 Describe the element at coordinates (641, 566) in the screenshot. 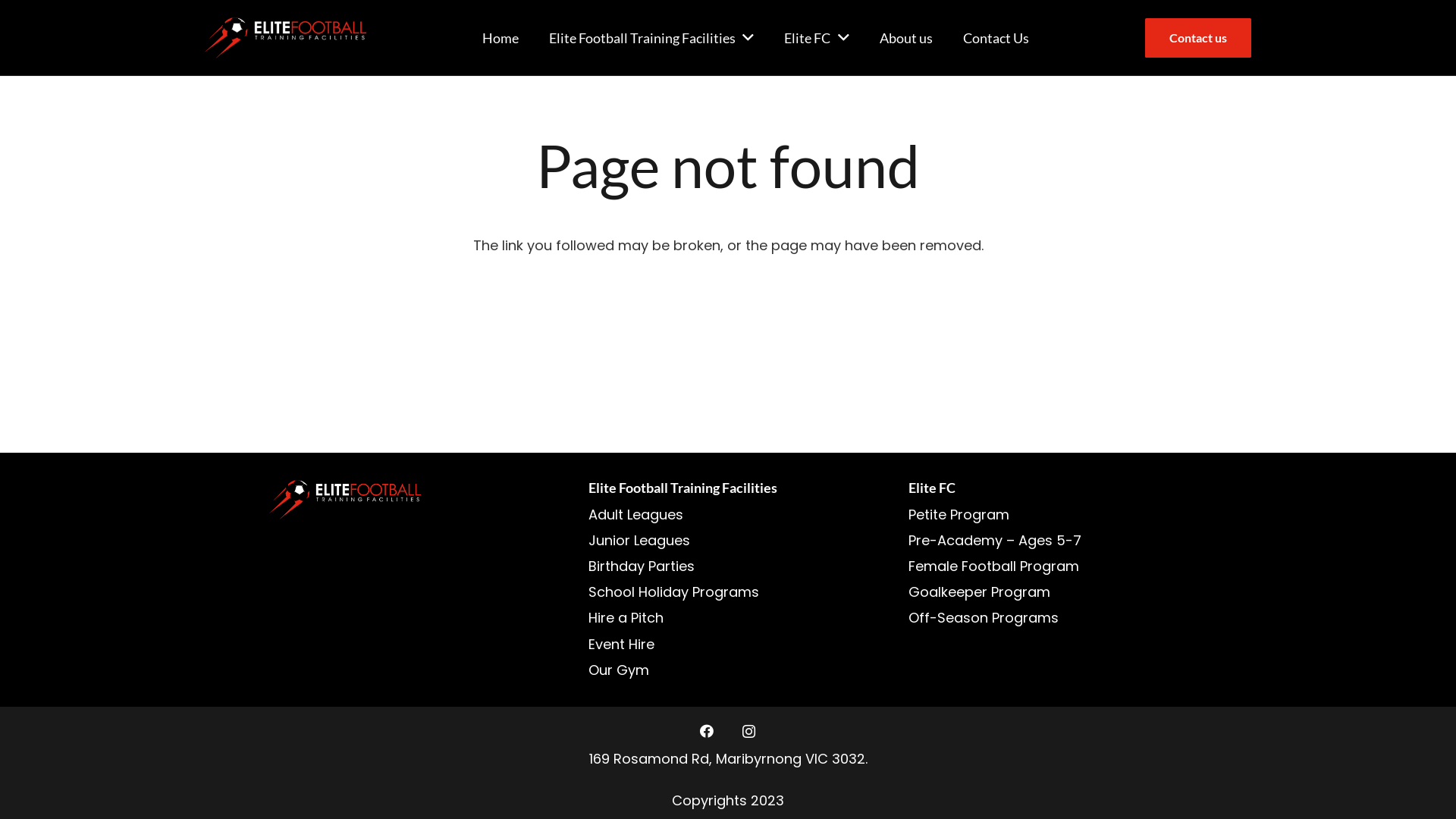

I see `'Birthday Parties'` at that location.